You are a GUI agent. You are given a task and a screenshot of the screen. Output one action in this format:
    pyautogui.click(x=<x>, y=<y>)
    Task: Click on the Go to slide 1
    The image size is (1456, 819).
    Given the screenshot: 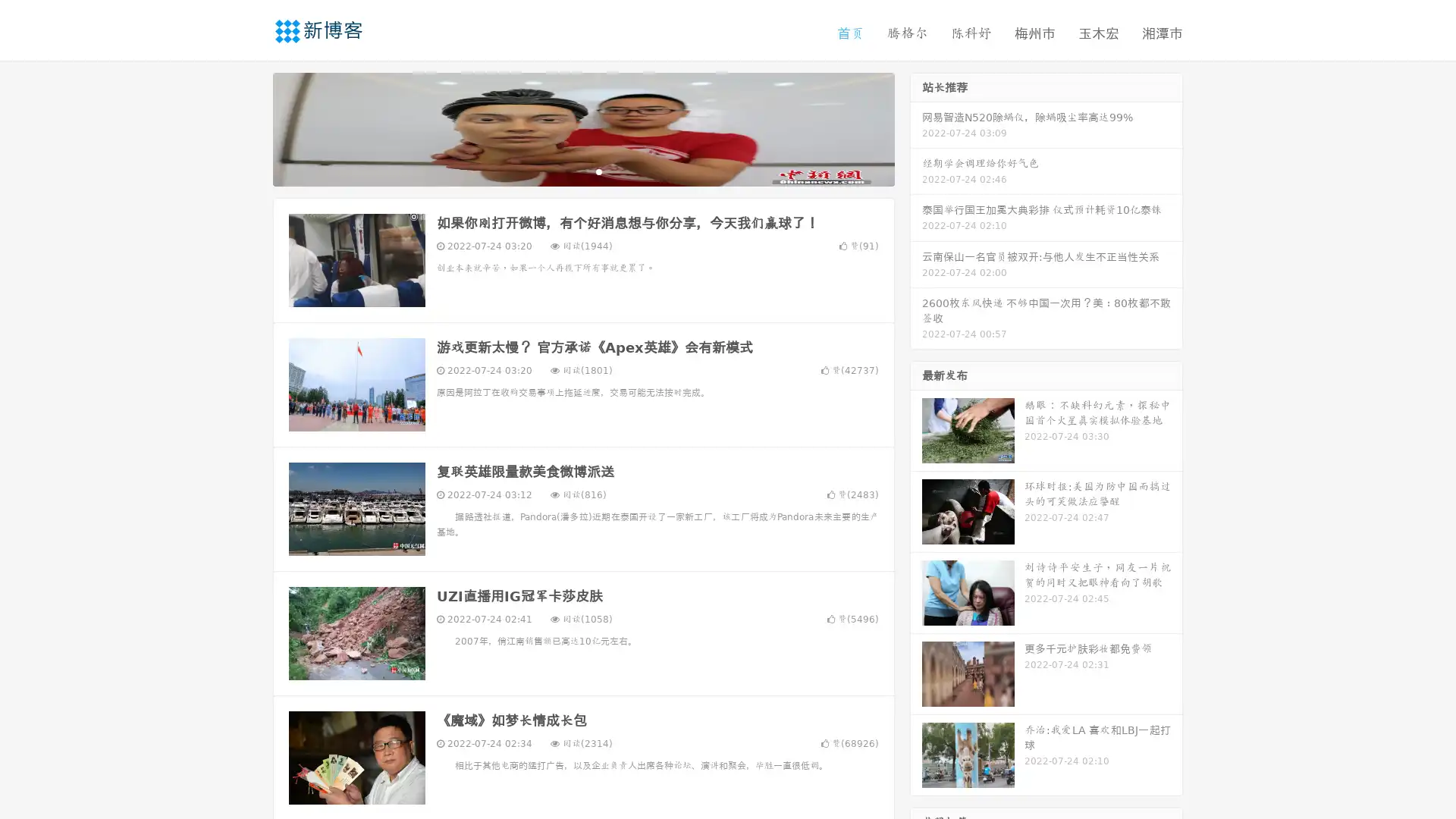 What is the action you would take?
    pyautogui.click(x=567, y=171)
    